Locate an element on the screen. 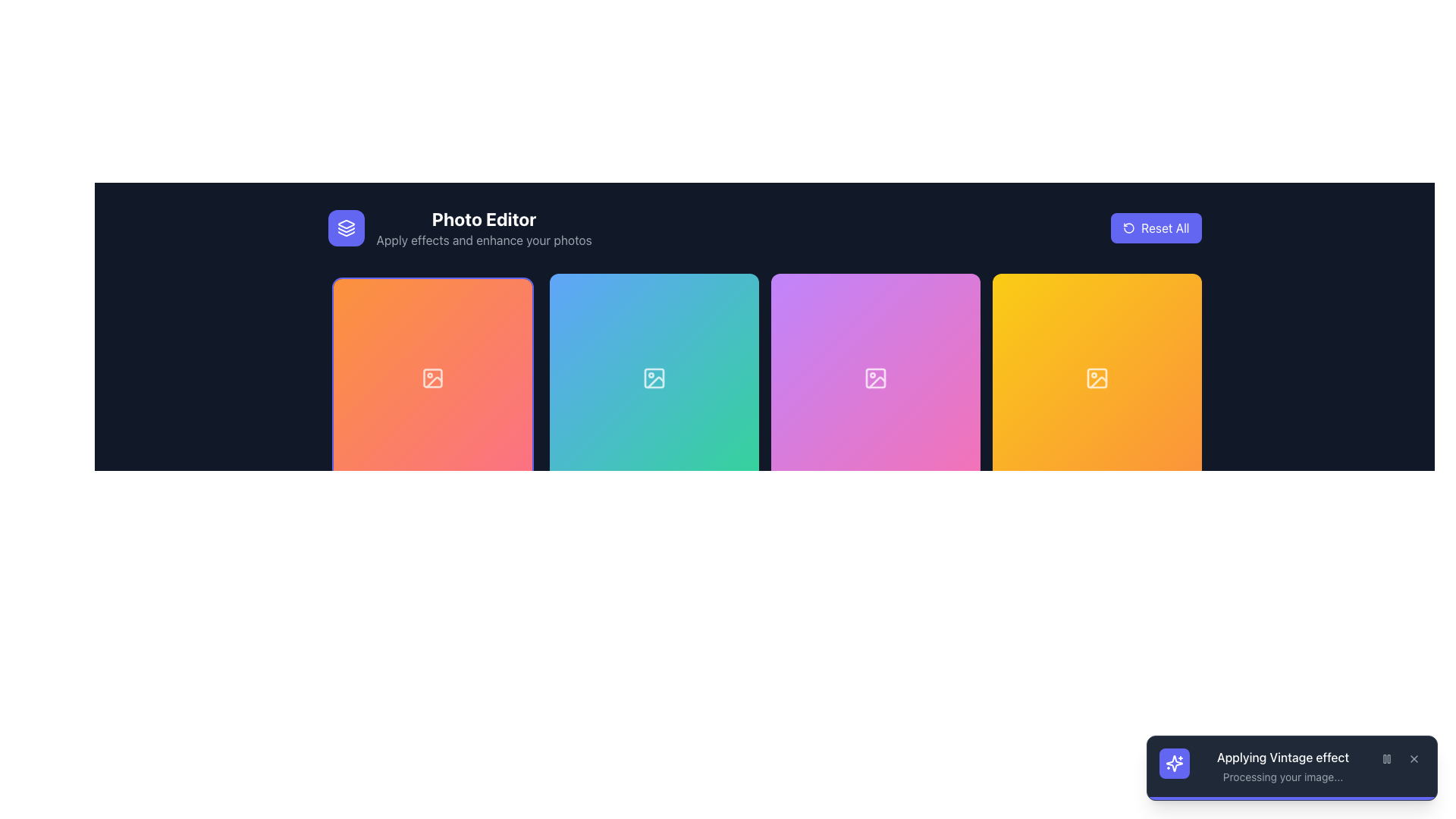 This screenshot has width=1456, height=819. the left vertical bar of the pause button icon within the 'Applying Vintage Effect' status notification located in the bottom-right notification bar is located at coordinates (1385, 759).